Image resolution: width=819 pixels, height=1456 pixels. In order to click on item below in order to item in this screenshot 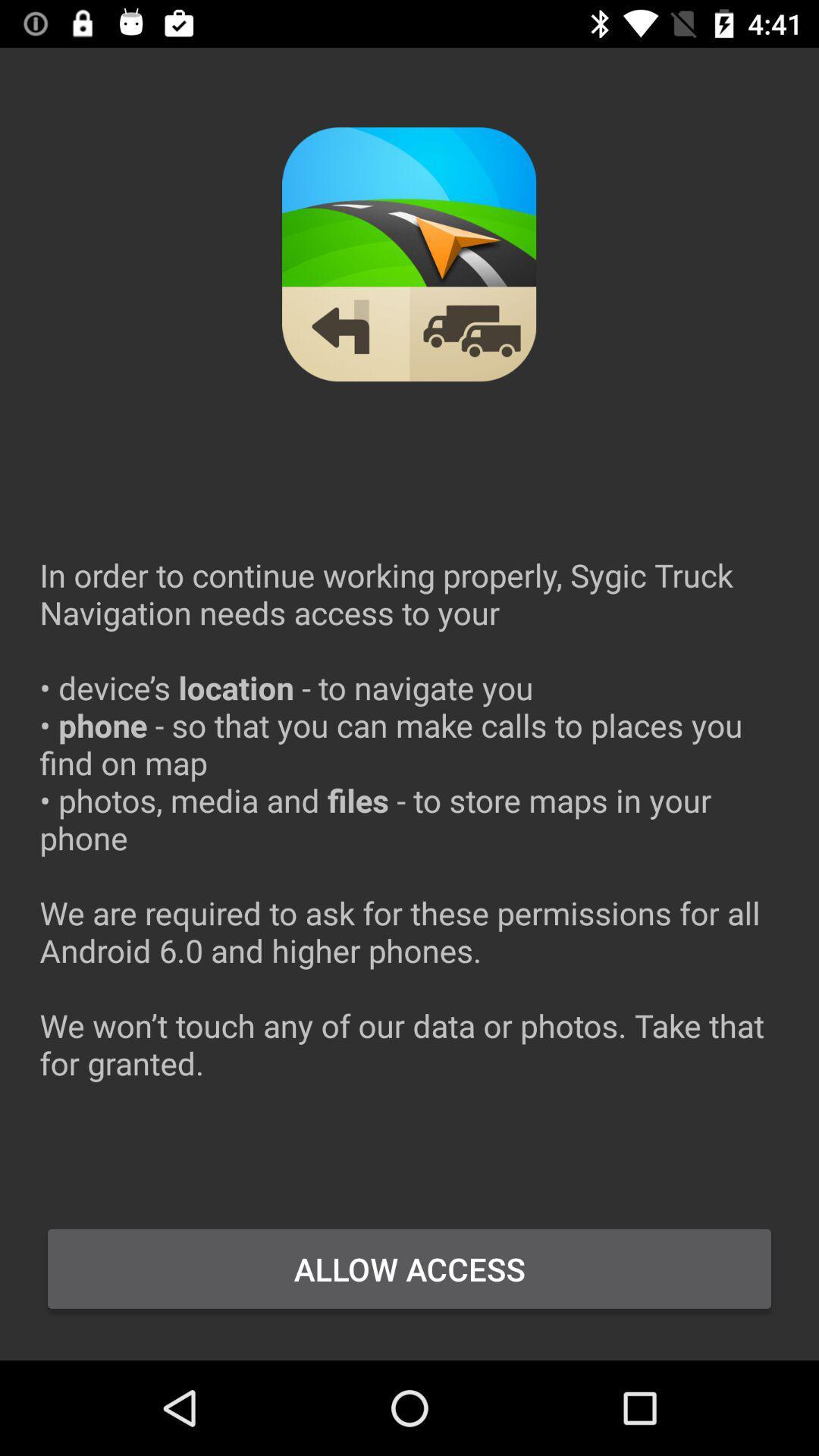, I will do `click(409, 1269)`.